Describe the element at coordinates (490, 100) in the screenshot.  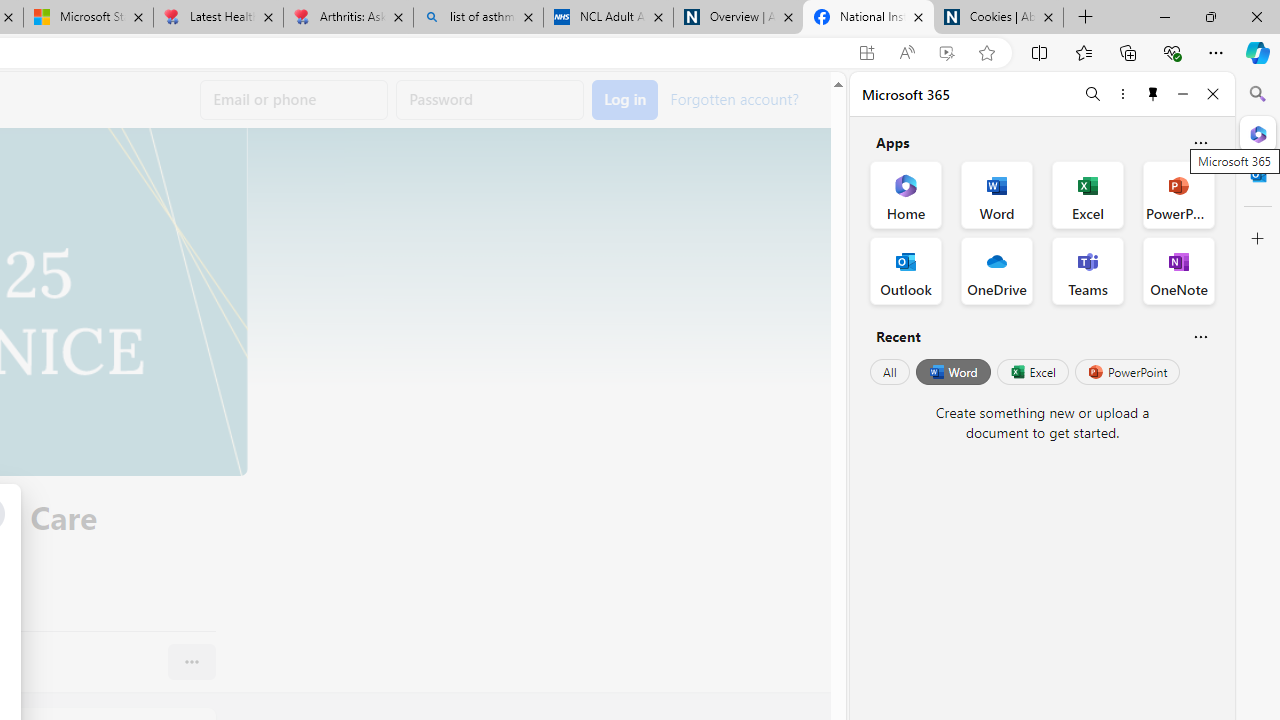
I see `'Password'` at that location.